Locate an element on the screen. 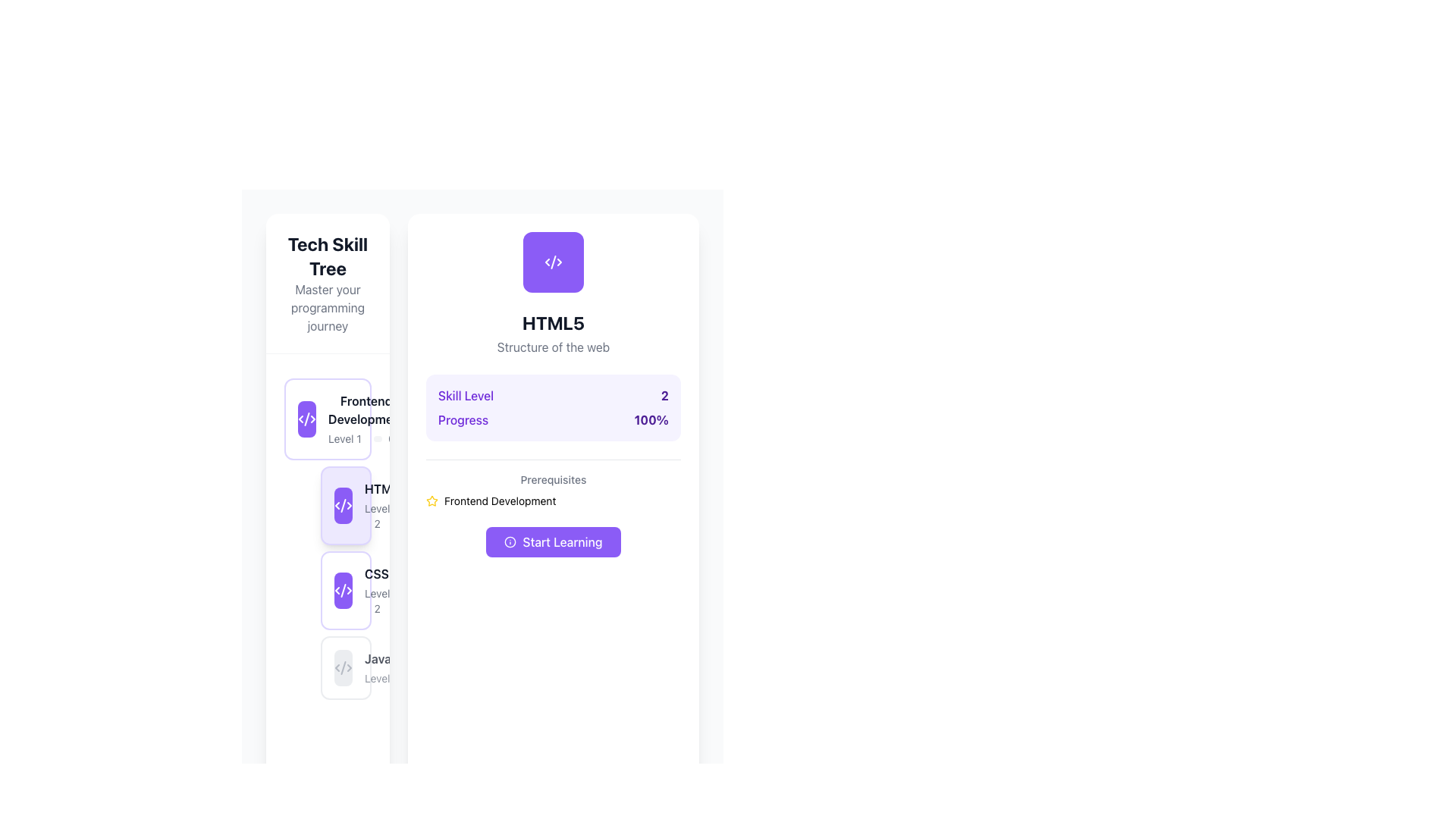 The width and height of the screenshot is (1456, 819). the informational button with a code icon located in a light gray rounded rectangle at the bottom of the left sidebar, below the 'CSS3 Level' section is located at coordinates (327, 667).